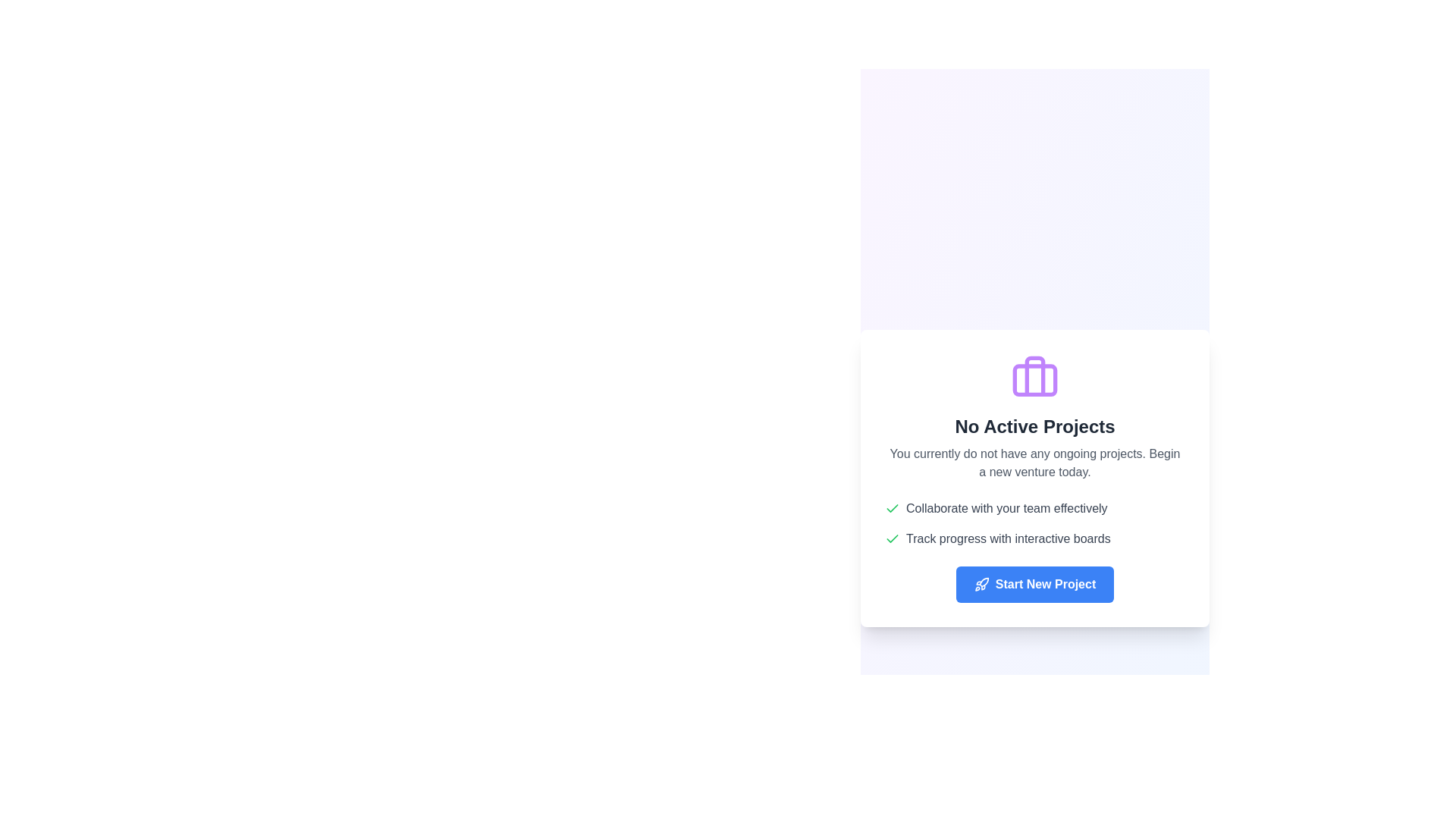  I want to click on the text label that reads 'Track progress with interactive boards', located beneath 'Collaborate with your team effectively' and above the 'Start New Project' button in the card titled 'No Active Projects', so click(1008, 538).